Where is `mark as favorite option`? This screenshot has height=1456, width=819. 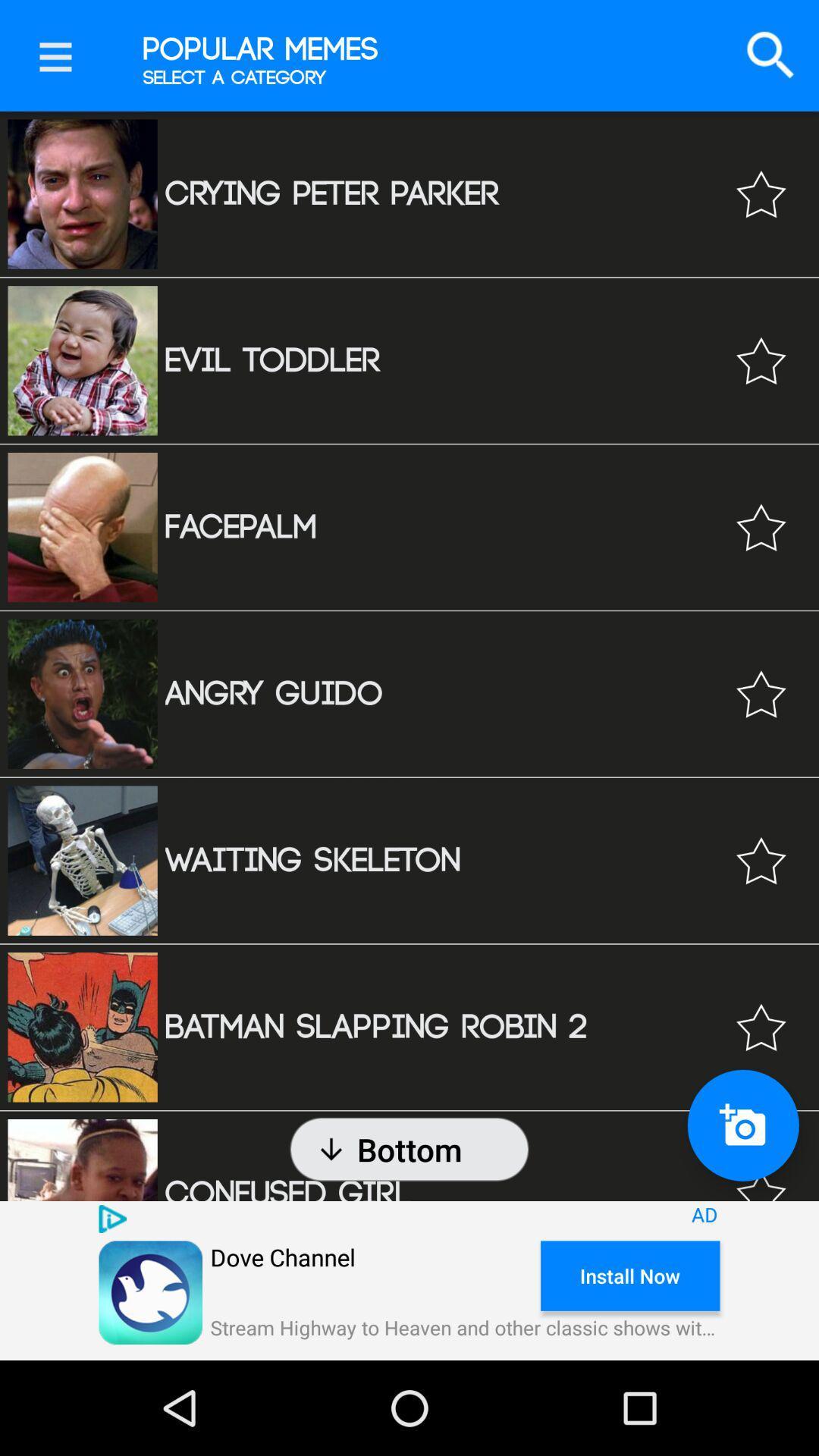
mark as favorite option is located at coordinates (761, 527).